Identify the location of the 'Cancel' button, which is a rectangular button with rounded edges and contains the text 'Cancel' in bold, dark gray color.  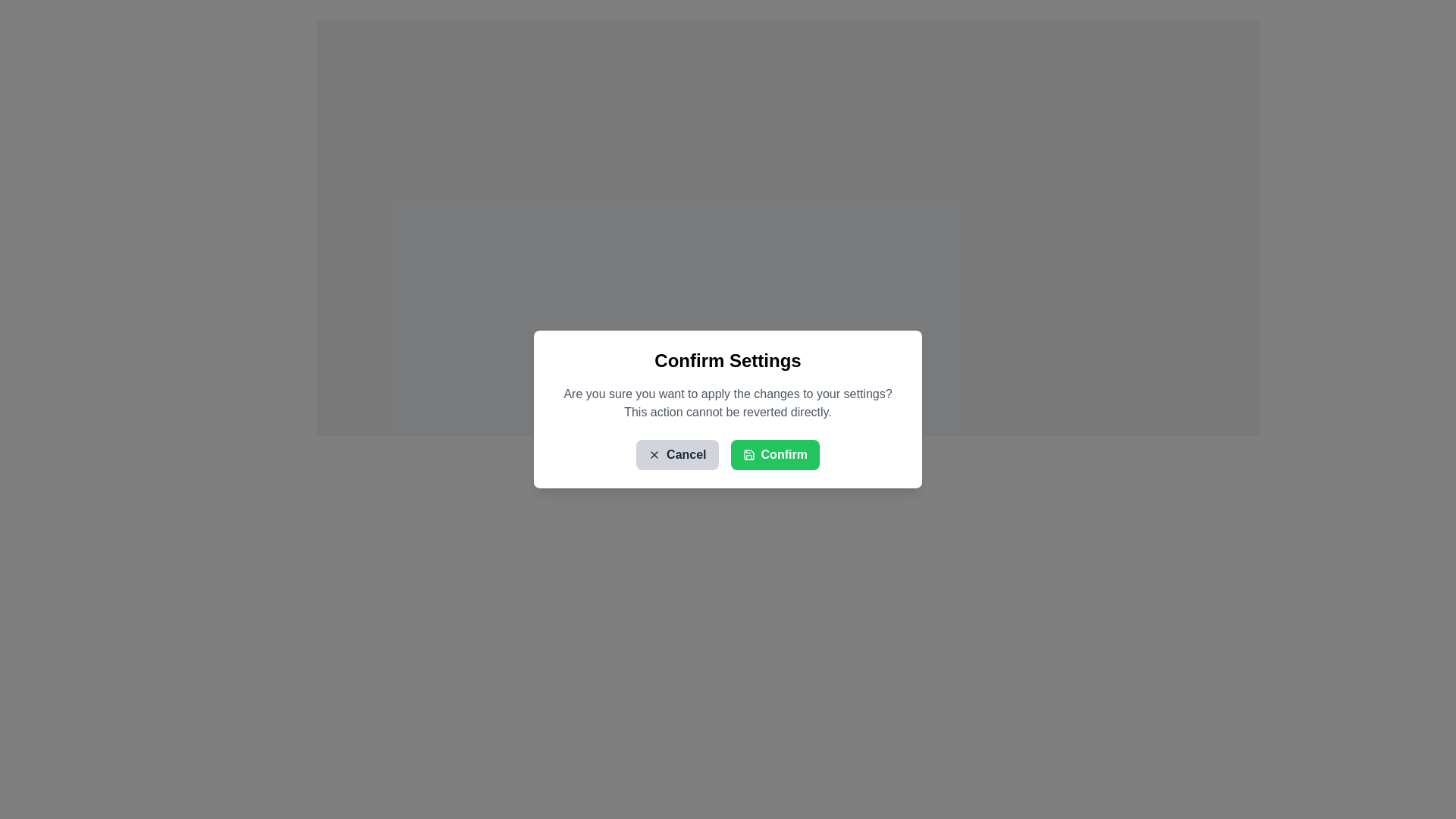
(676, 454).